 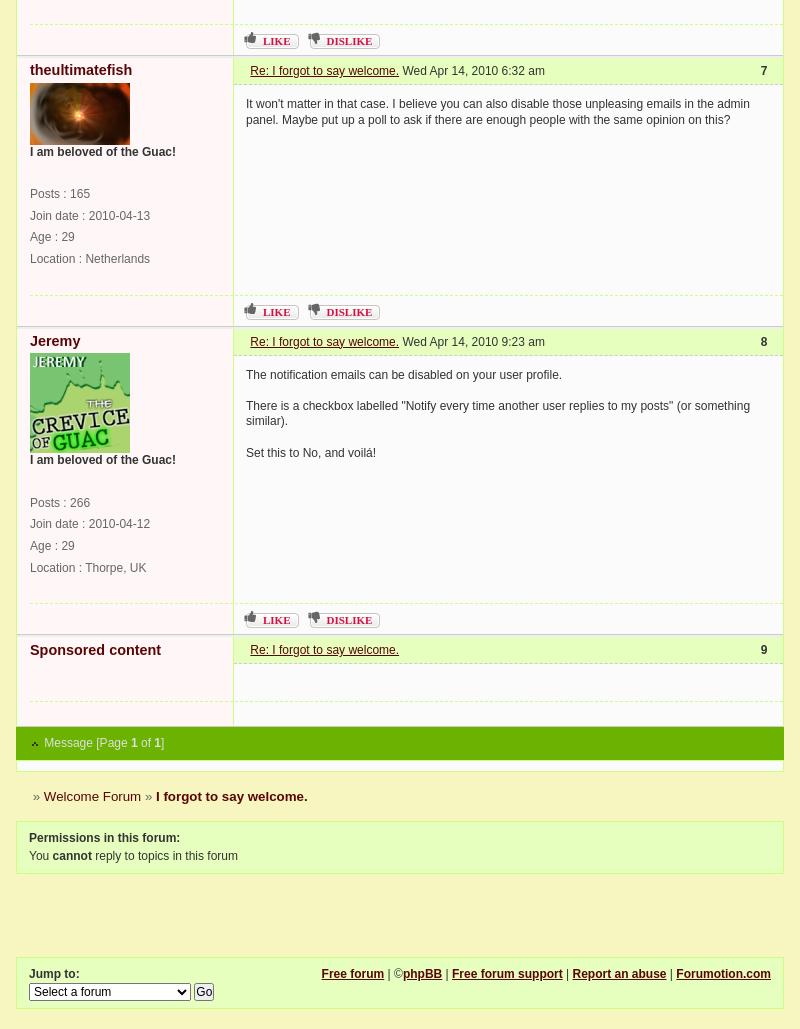 What do you see at coordinates (116, 257) in the screenshot?
I see `'Netherlands'` at bounding box center [116, 257].